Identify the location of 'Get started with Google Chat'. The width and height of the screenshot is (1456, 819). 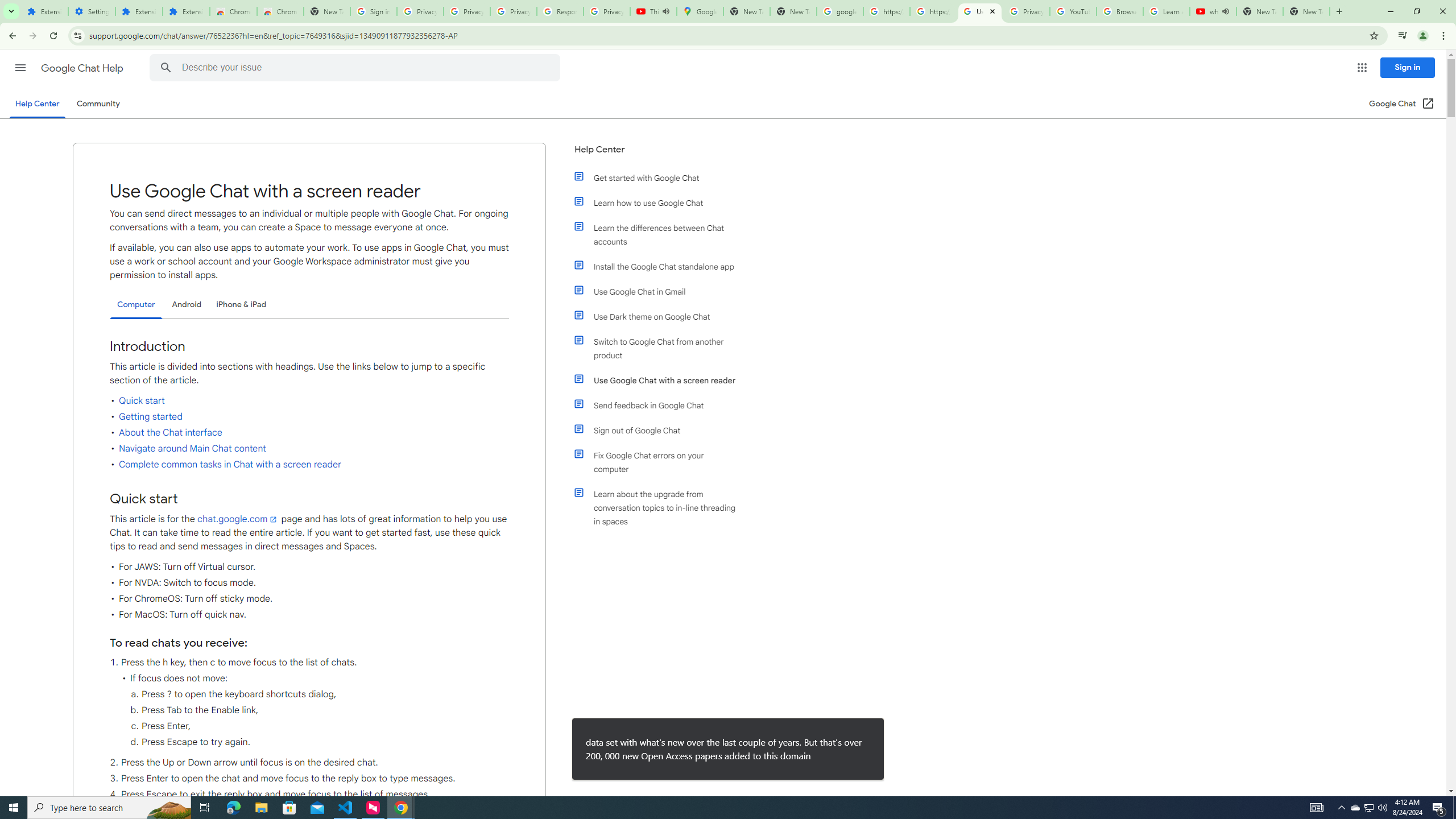
(661, 178).